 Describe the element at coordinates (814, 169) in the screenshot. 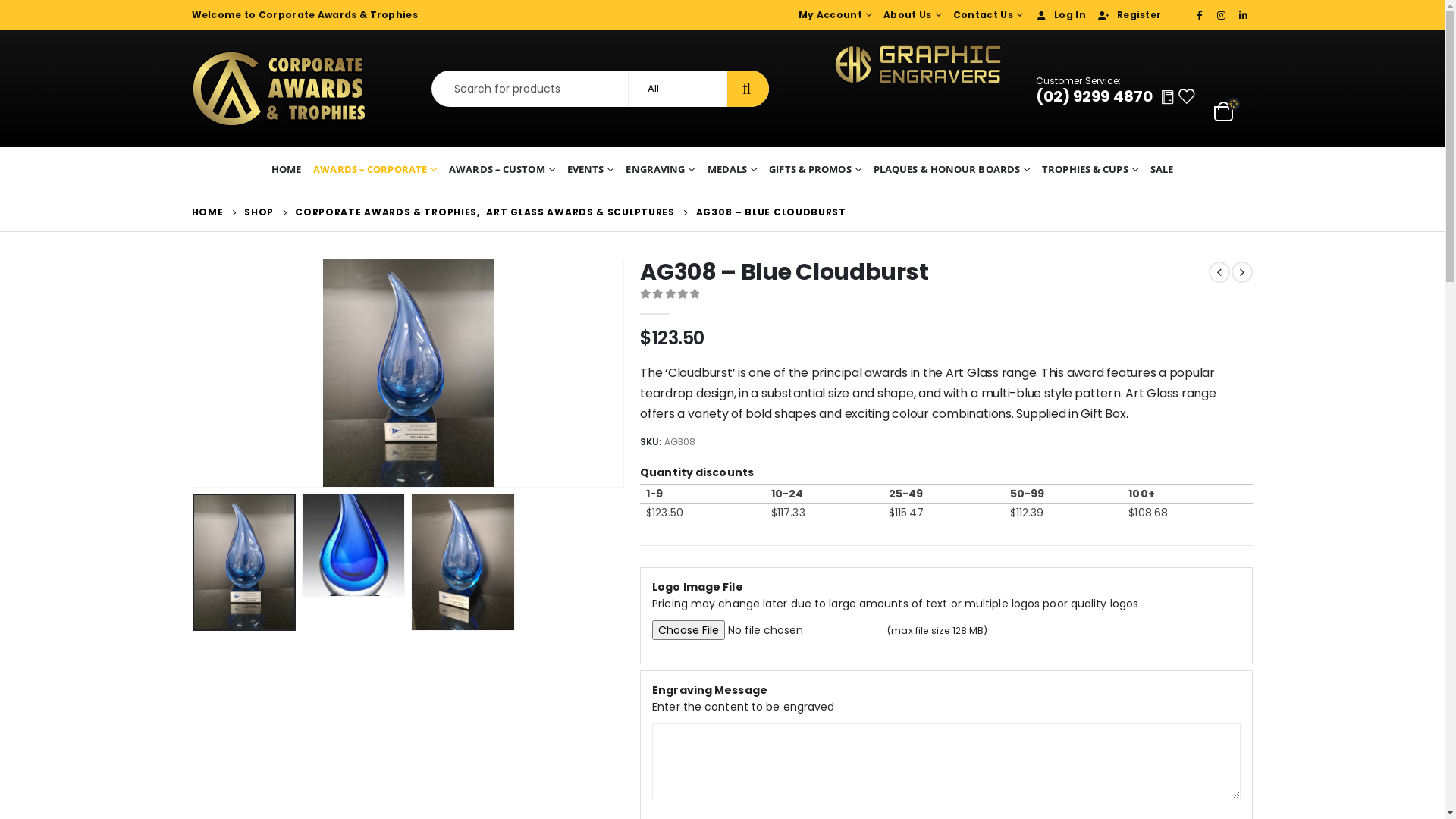

I see `'GIFTS & PROMOS'` at that location.